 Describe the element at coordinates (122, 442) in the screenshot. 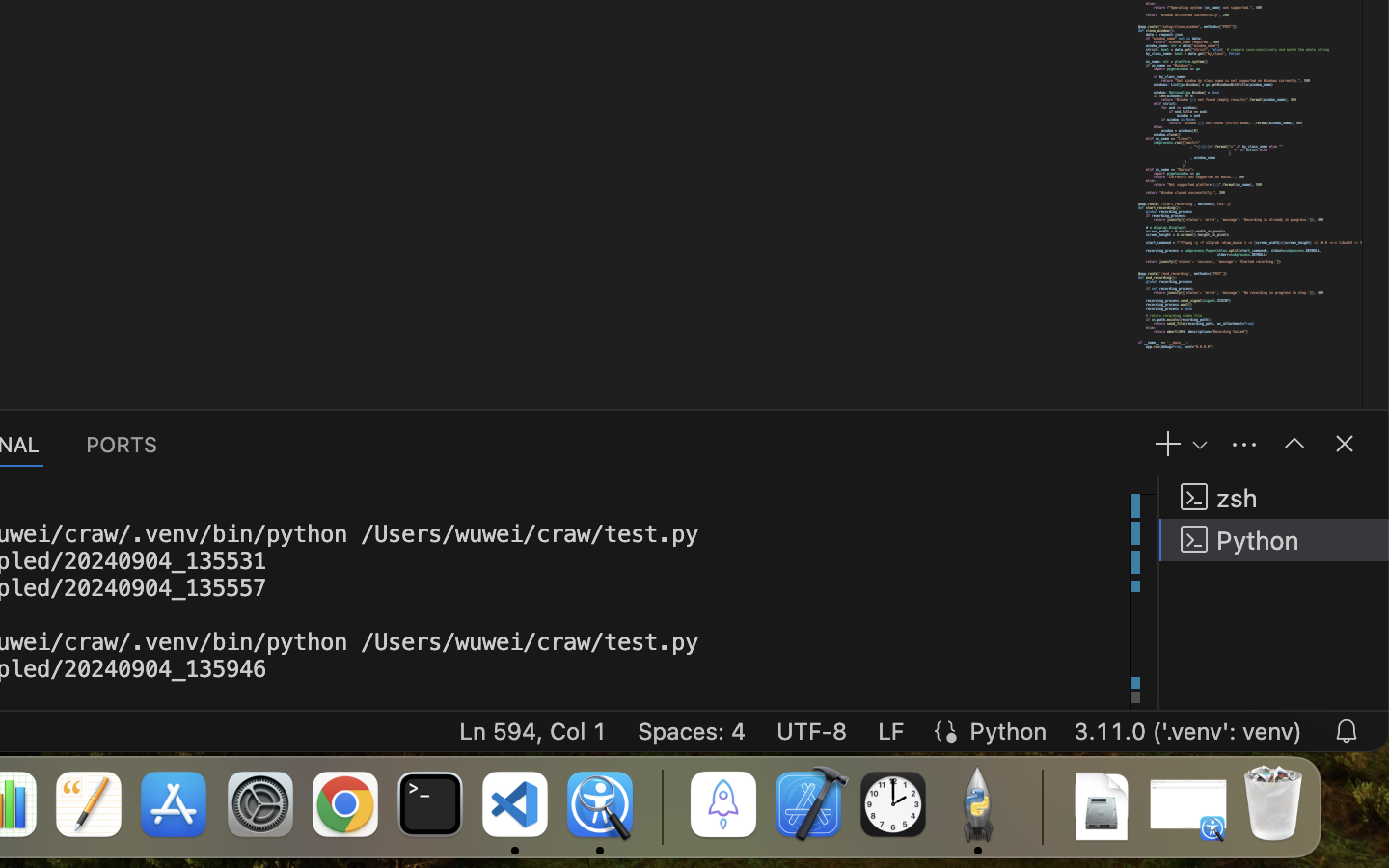

I see `'0 PORTS'` at that location.